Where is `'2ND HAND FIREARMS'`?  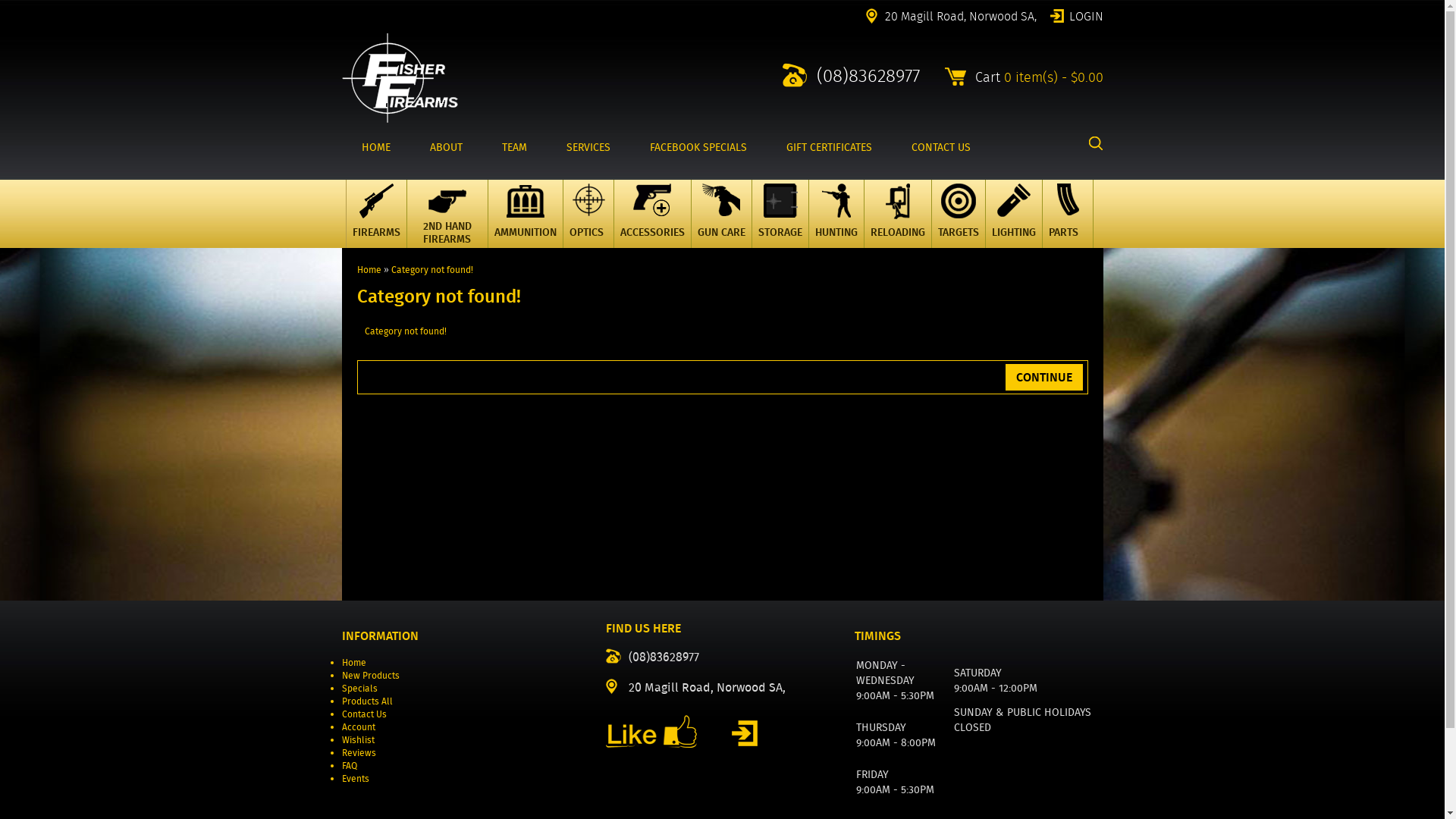
'2ND HAND FIREARMS' is located at coordinates (447, 213).